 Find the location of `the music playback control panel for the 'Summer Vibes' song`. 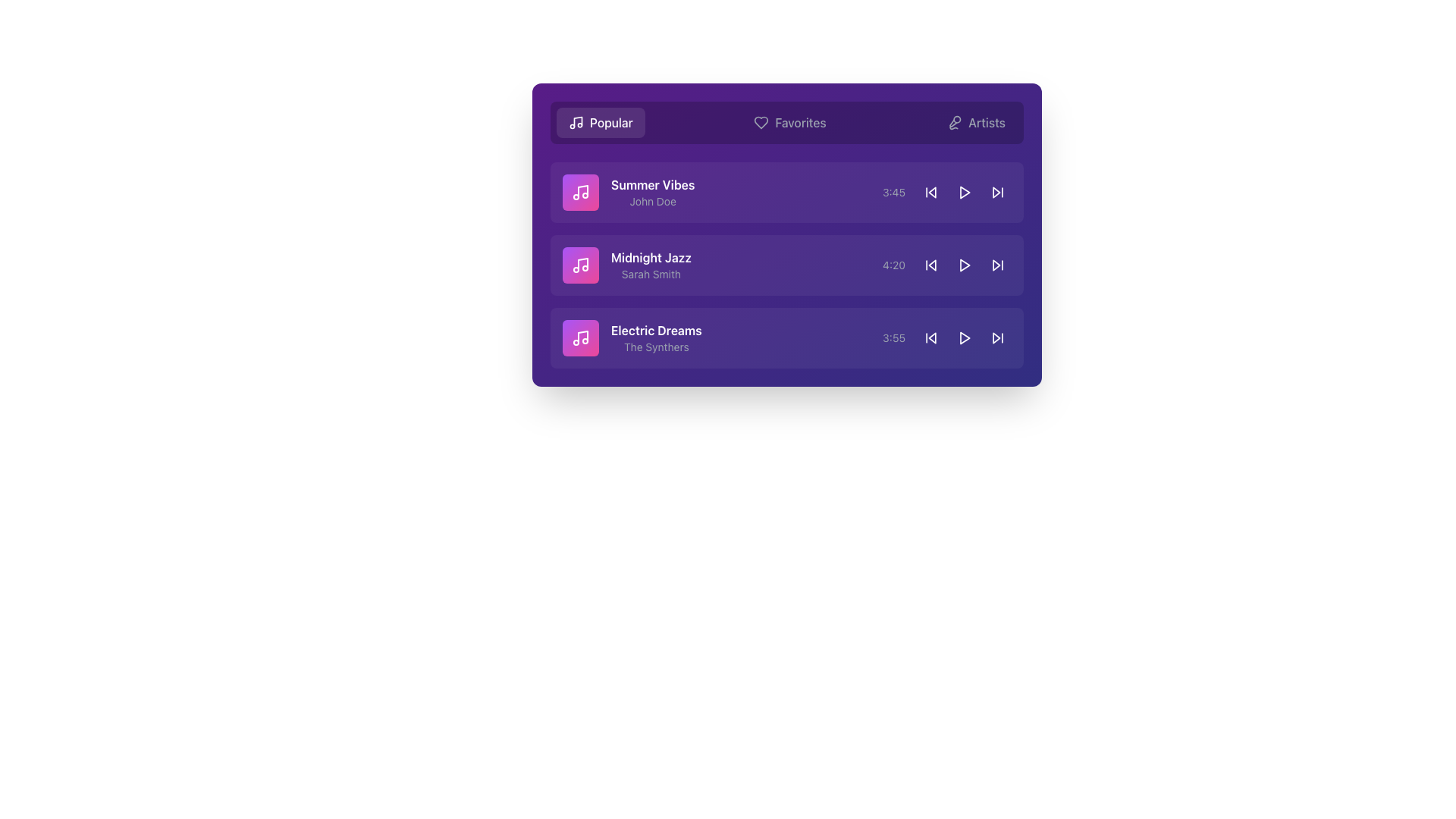

the music playback control panel for the 'Summer Vibes' song is located at coordinates (946, 192).